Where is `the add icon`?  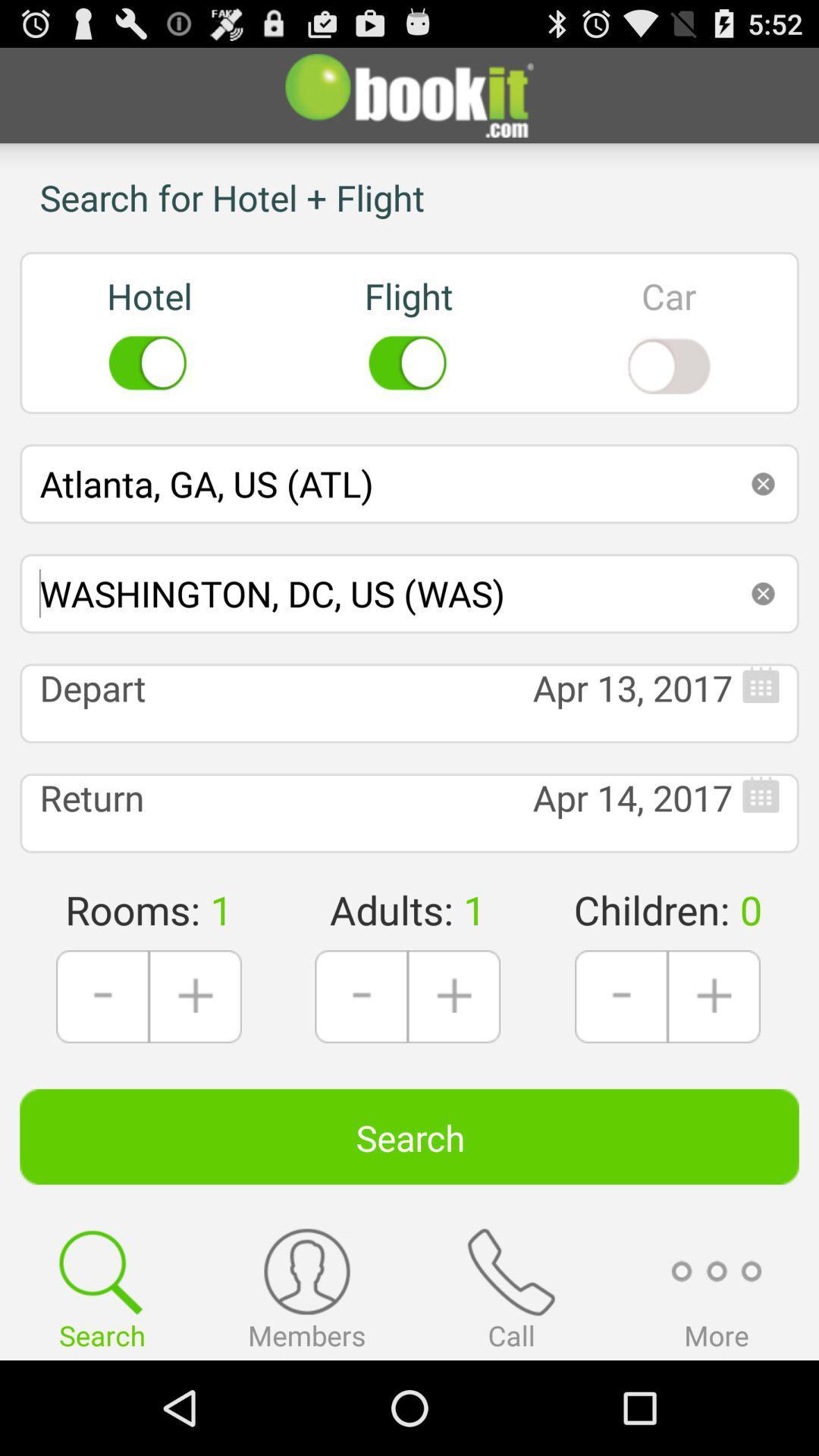
the add icon is located at coordinates (453, 1065).